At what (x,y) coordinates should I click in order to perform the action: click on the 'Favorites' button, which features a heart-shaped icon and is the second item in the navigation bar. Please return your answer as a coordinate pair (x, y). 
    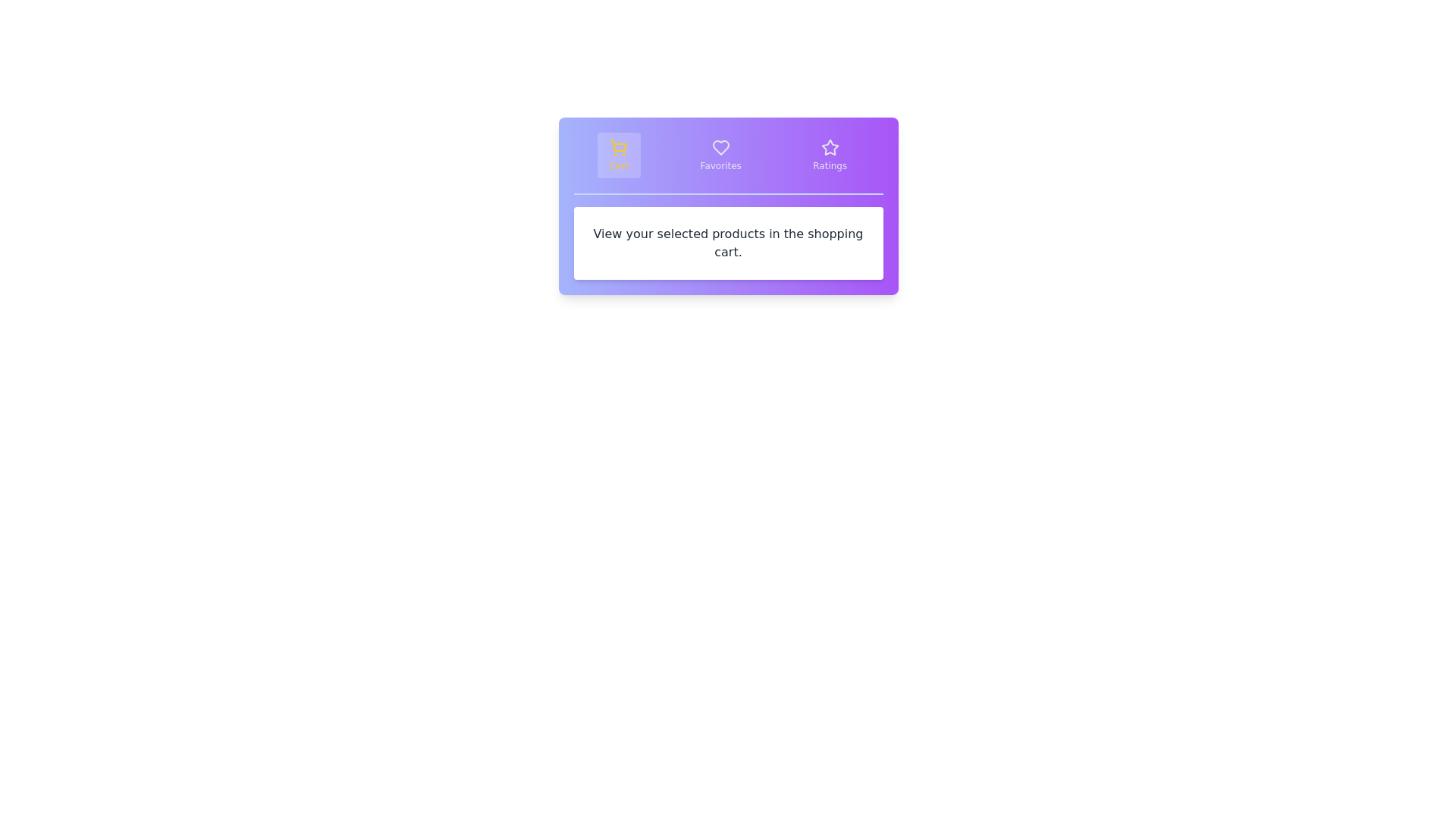
    Looking at the image, I should click on (720, 155).